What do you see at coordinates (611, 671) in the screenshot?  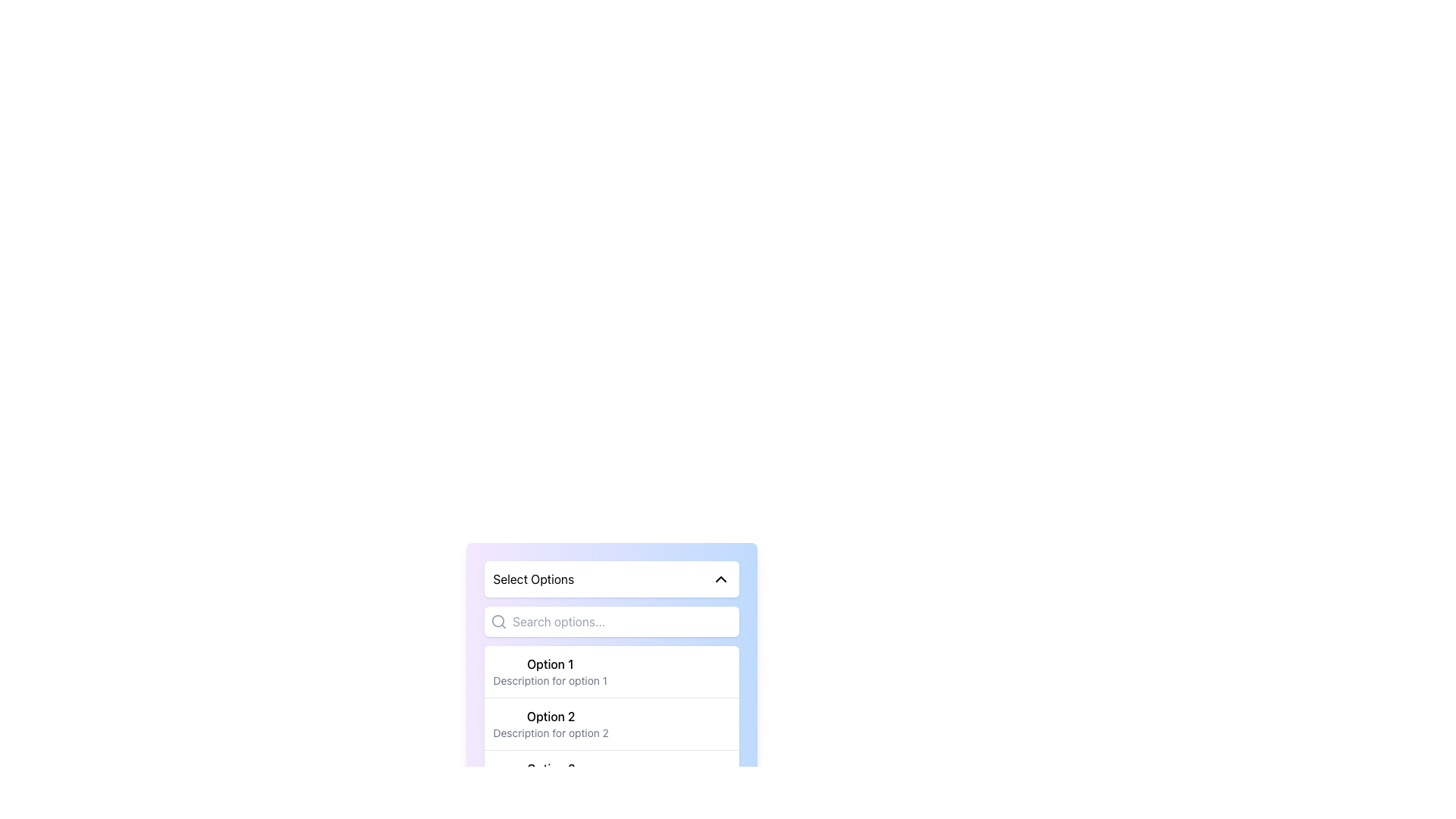 I see `the first option in the dropdown menu` at bounding box center [611, 671].